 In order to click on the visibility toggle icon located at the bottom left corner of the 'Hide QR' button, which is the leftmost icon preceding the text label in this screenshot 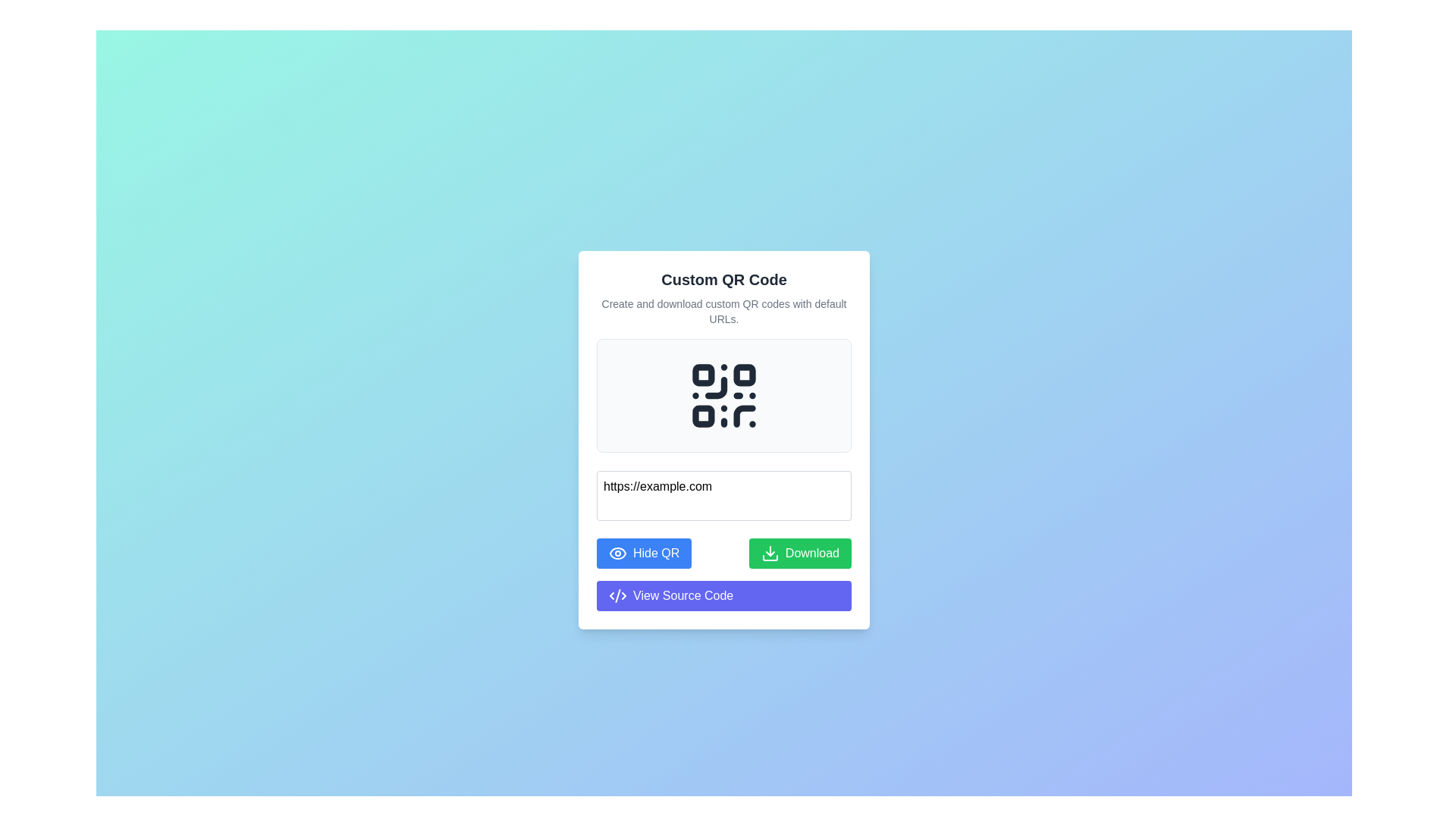, I will do `click(618, 553)`.